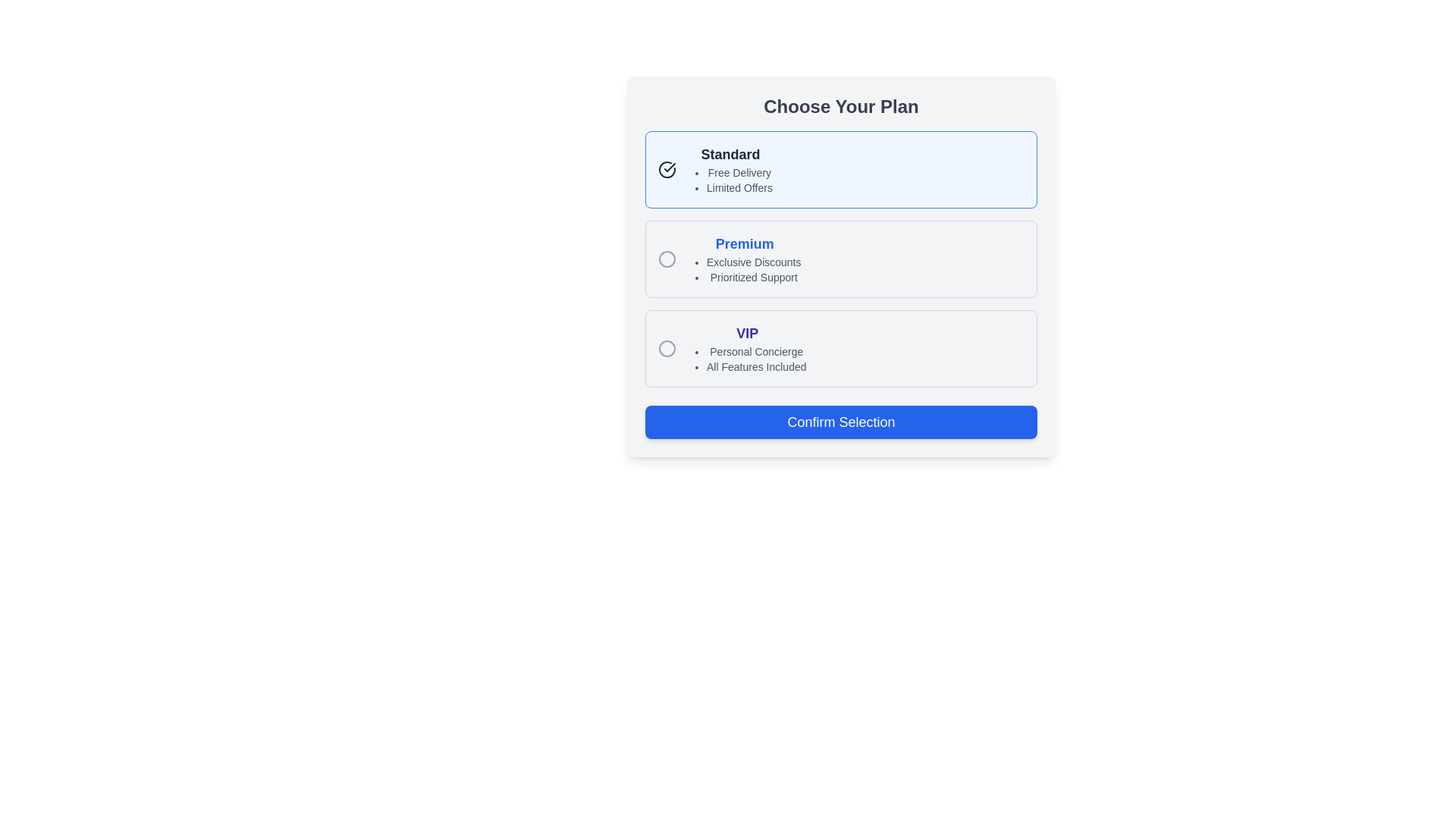 This screenshot has width=1456, height=819. What do you see at coordinates (754, 278) in the screenshot?
I see `the text label that describes 'Prioritized Support' under the 'Premium' subscription plan, located below 'Exclusive Discounts'` at bounding box center [754, 278].